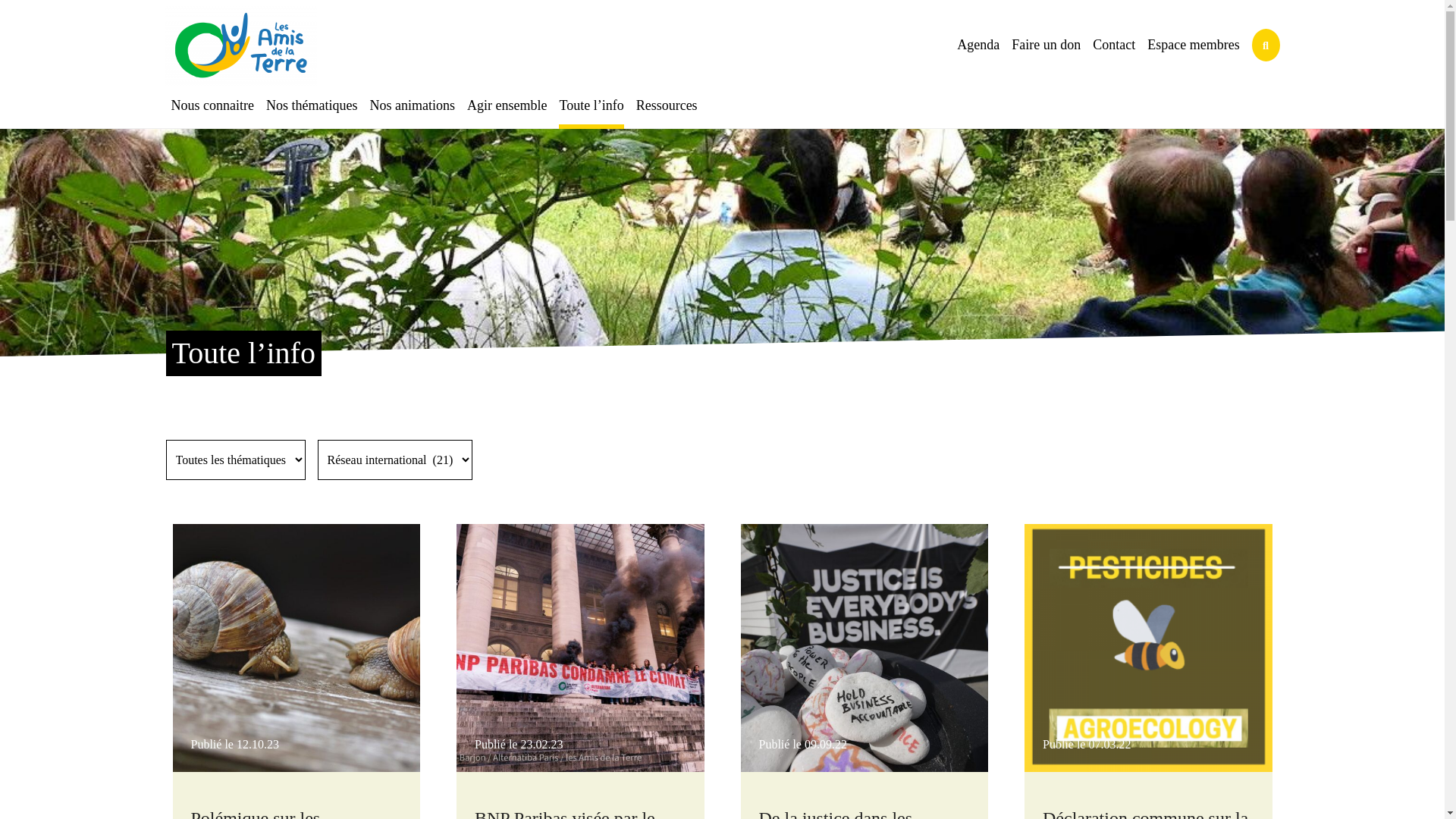 The image size is (1456, 819). Describe the element at coordinates (362, 105) in the screenshot. I see `'Nos animations'` at that location.